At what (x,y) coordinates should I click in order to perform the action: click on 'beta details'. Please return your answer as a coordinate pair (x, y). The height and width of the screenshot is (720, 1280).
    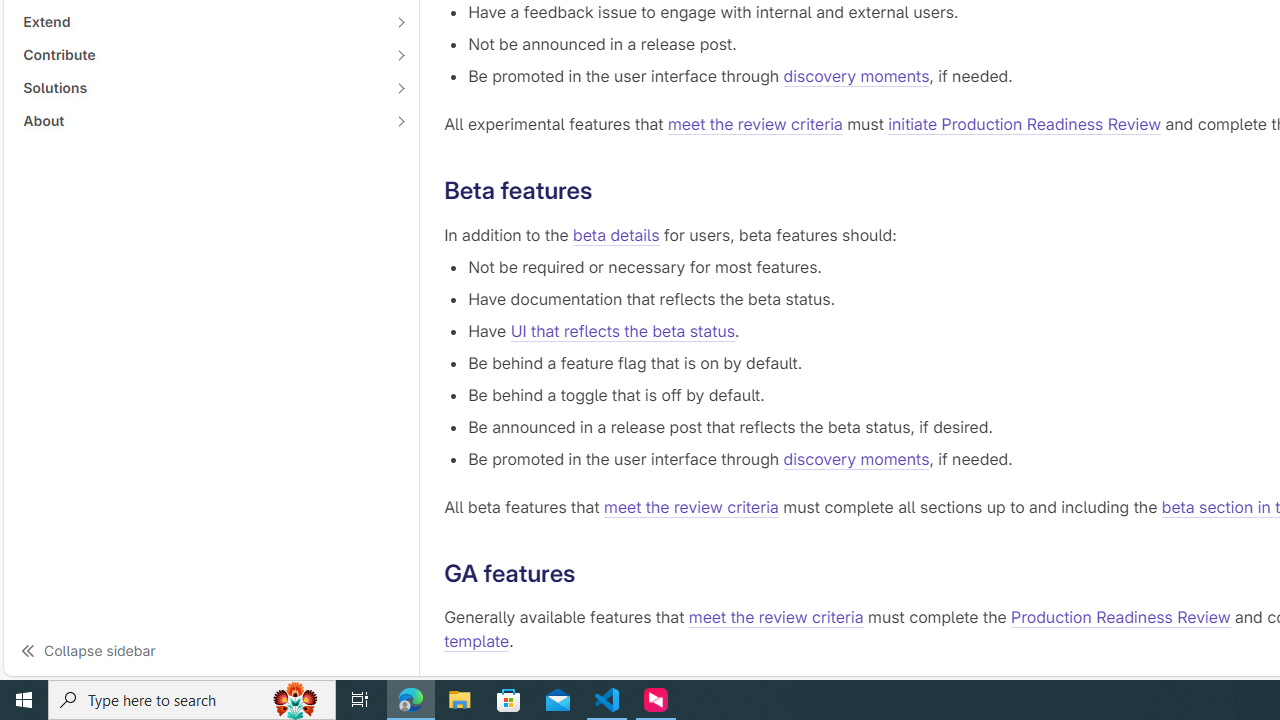
    Looking at the image, I should click on (615, 234).